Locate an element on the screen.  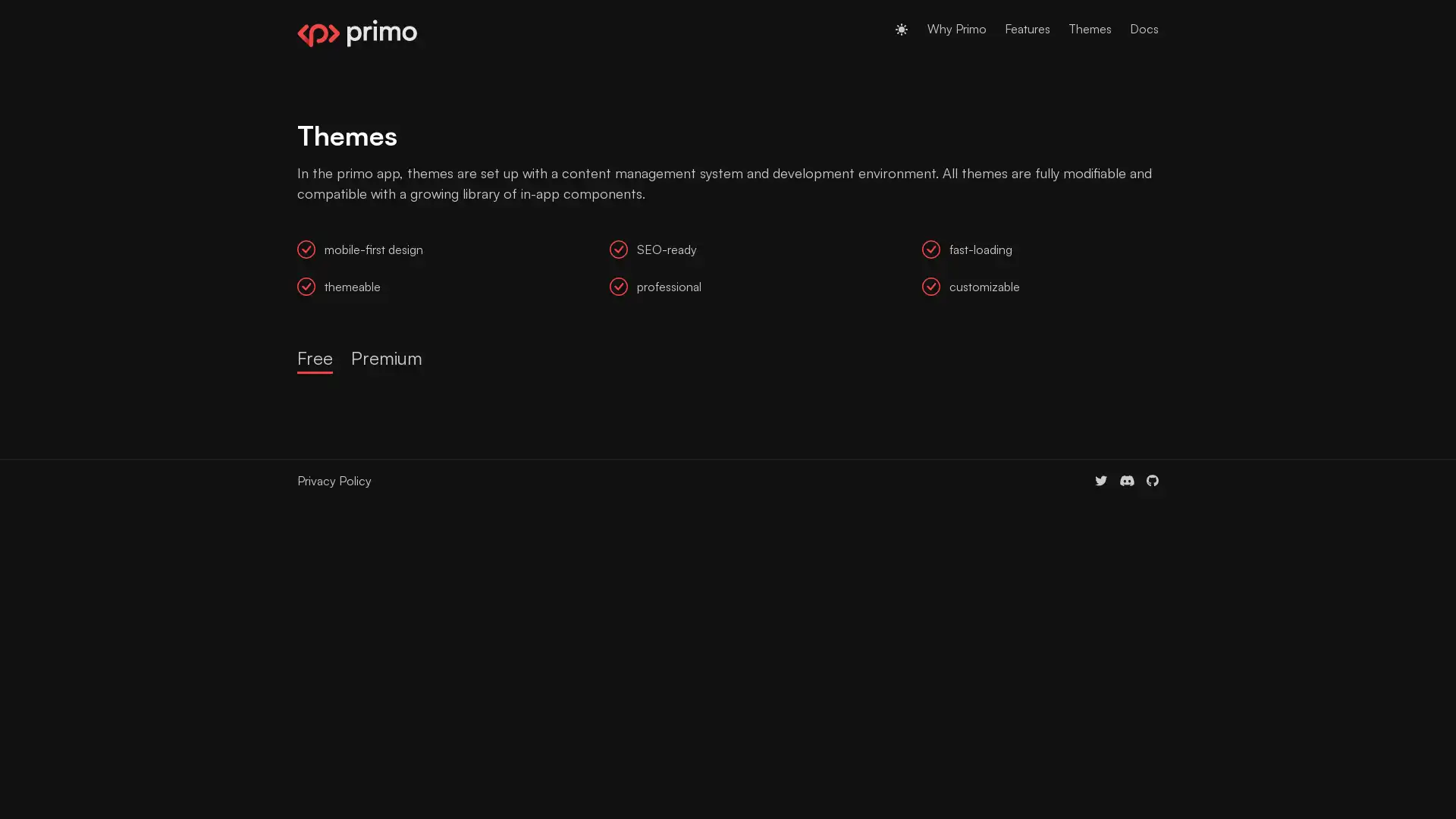
Toggle dark mode is located at coordinates (902, 29).